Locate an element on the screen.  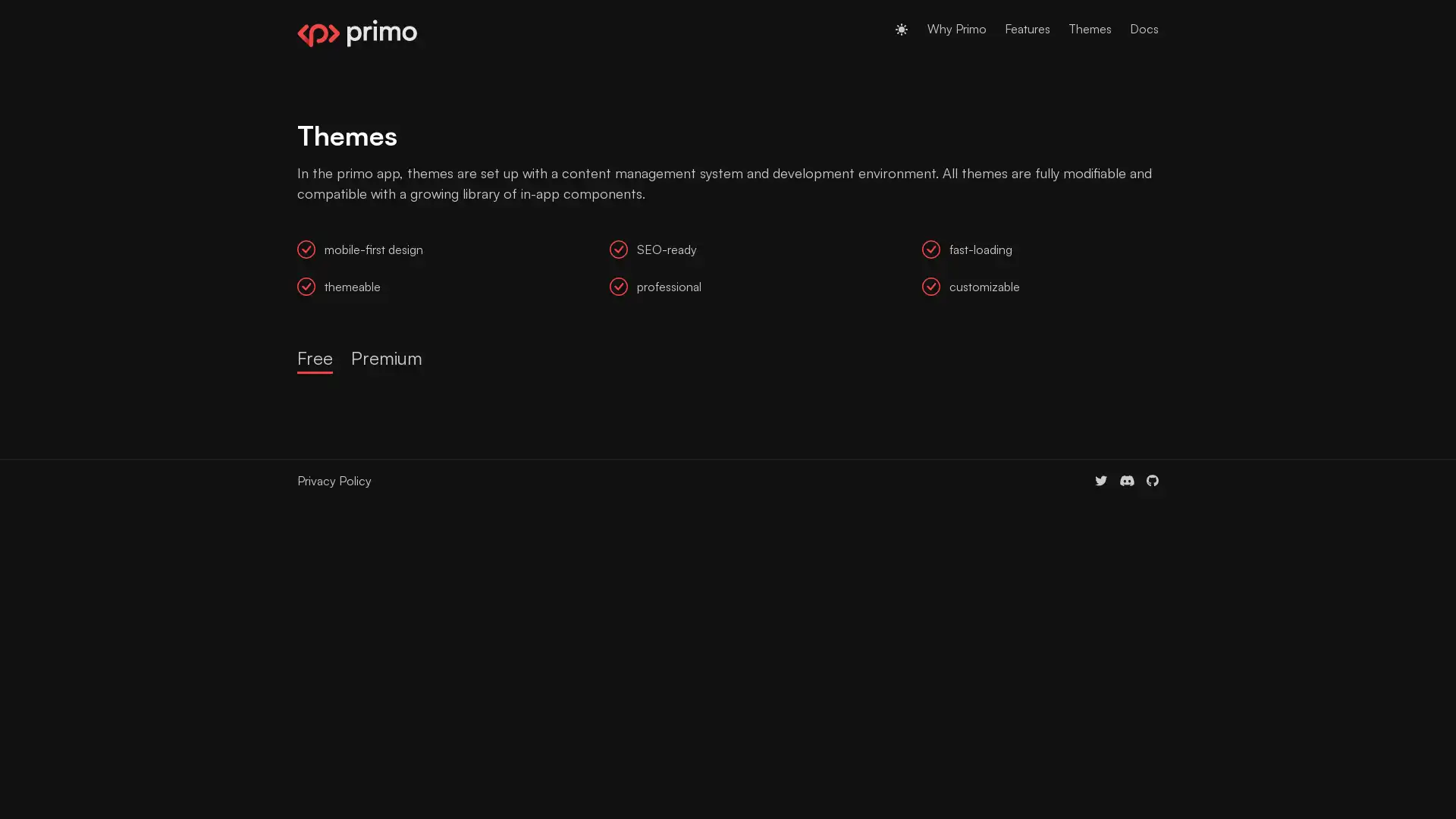
Toggle dark mode is located at coordinates (902, 29).